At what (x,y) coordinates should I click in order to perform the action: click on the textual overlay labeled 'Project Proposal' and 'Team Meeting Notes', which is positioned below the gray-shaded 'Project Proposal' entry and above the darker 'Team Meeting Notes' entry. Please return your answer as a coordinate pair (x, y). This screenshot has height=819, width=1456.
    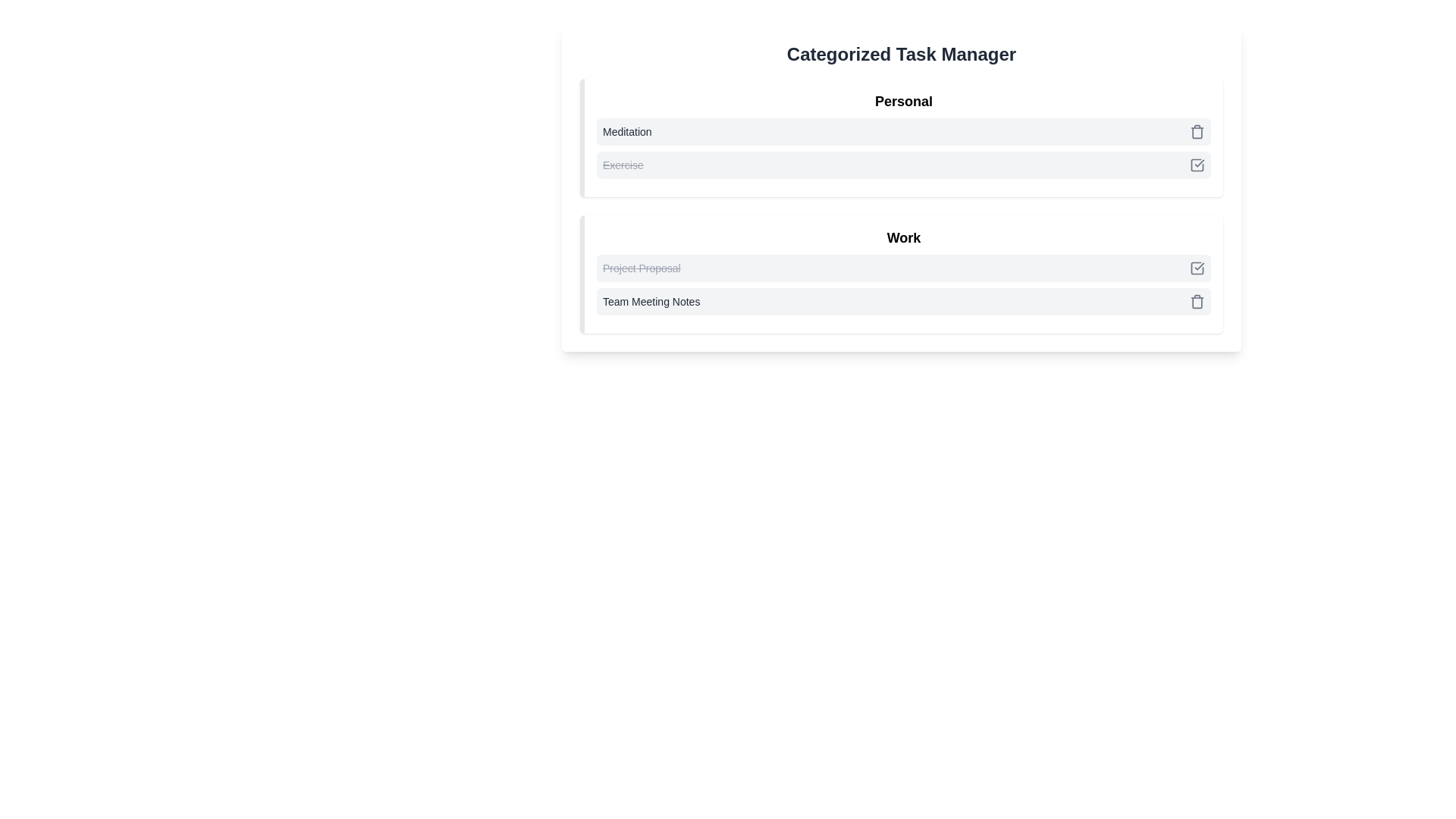
    Looking at the image, I should click on (903, 284).